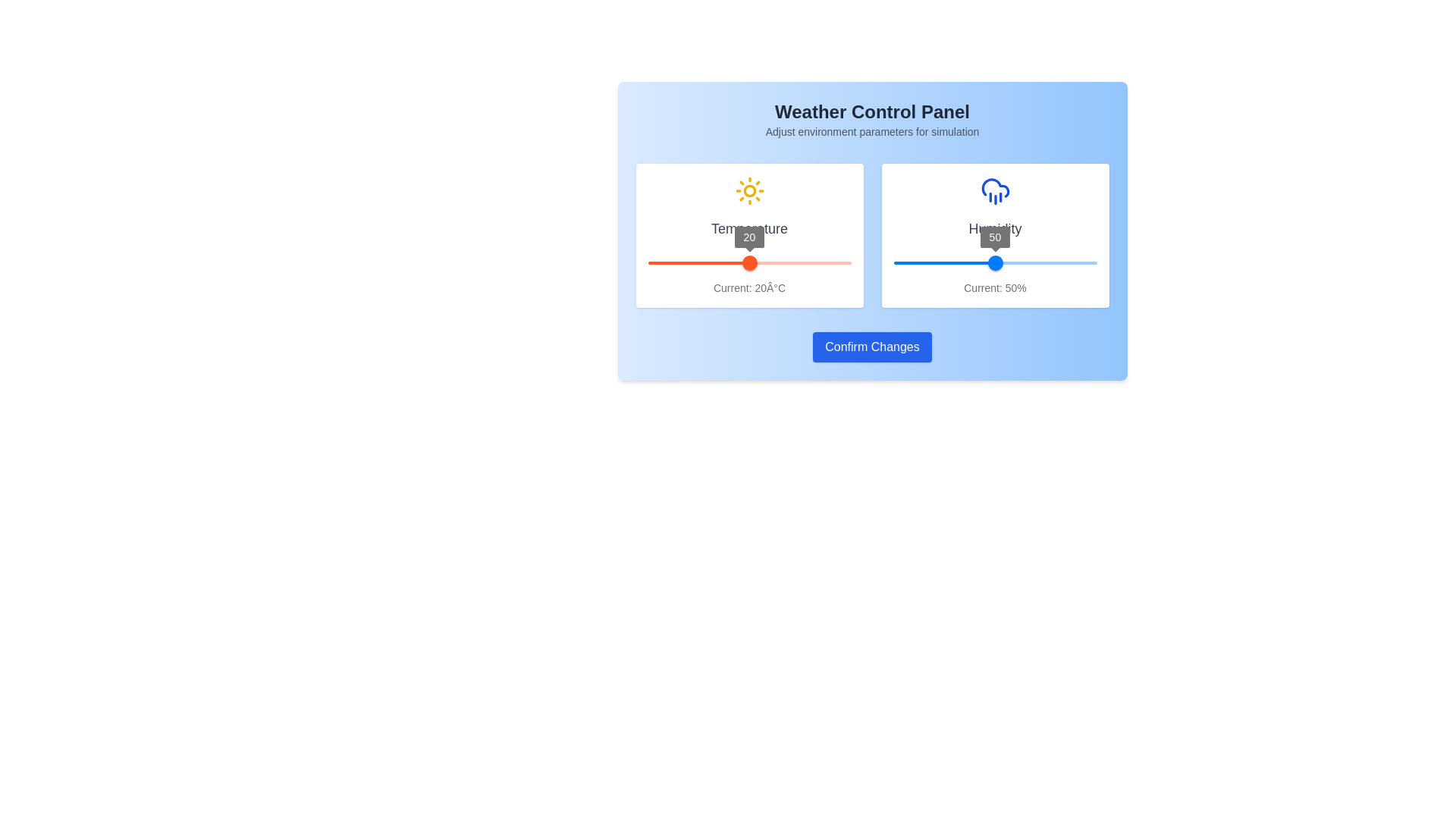  What do you see at coordinates (1056, 262) in the screenshot?
I see `humidity` at bounding box center [1056, 262].